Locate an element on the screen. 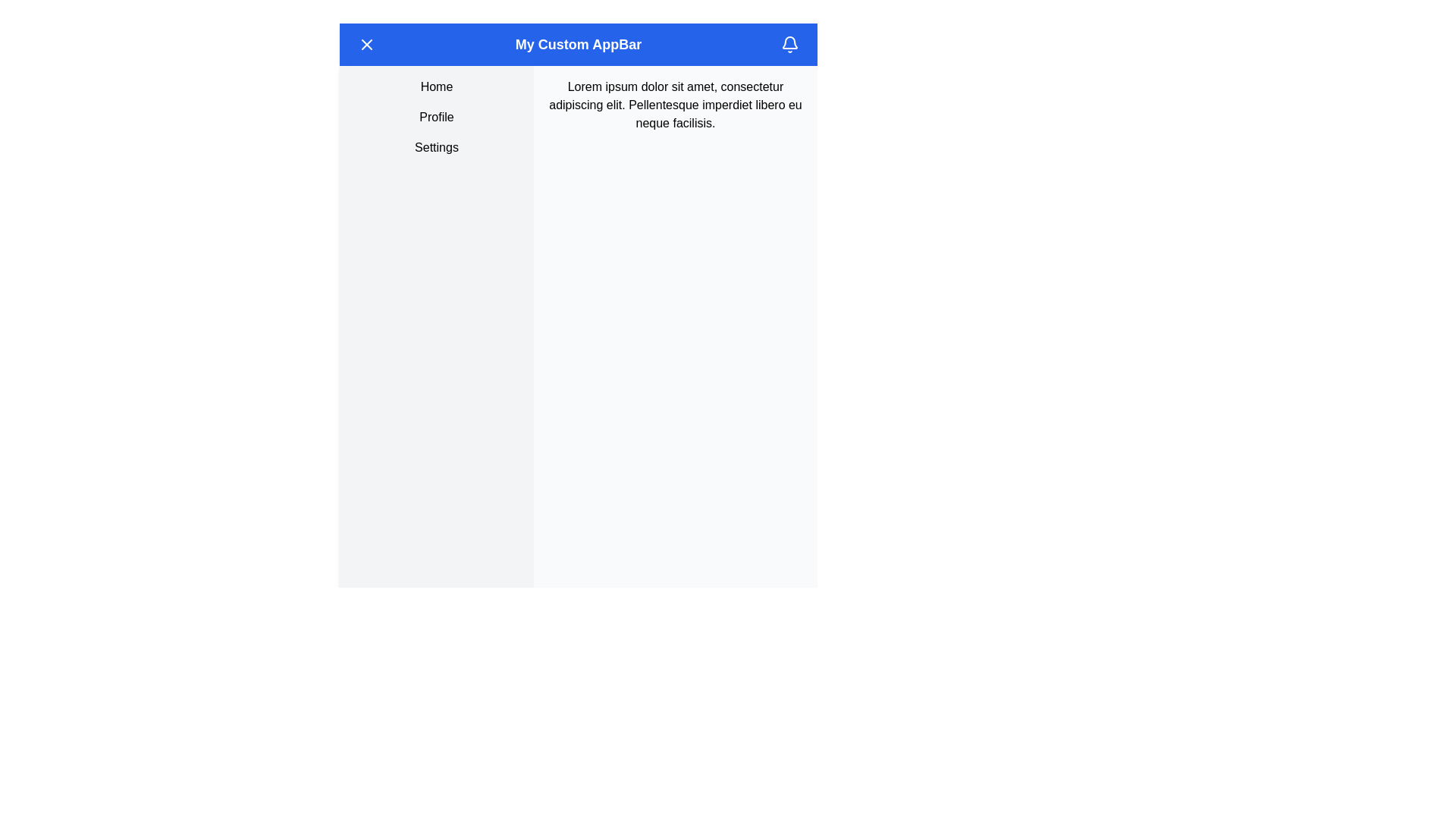 The image size is (1456, 819). the Static text block displaying 'Lorem ipsum dolor sit amet, consectetur adipiscing elit. Pellentesque imperdiet libero eu neque facilisis.' located near the top-right corner of the page is located at coordinates (675, 104).